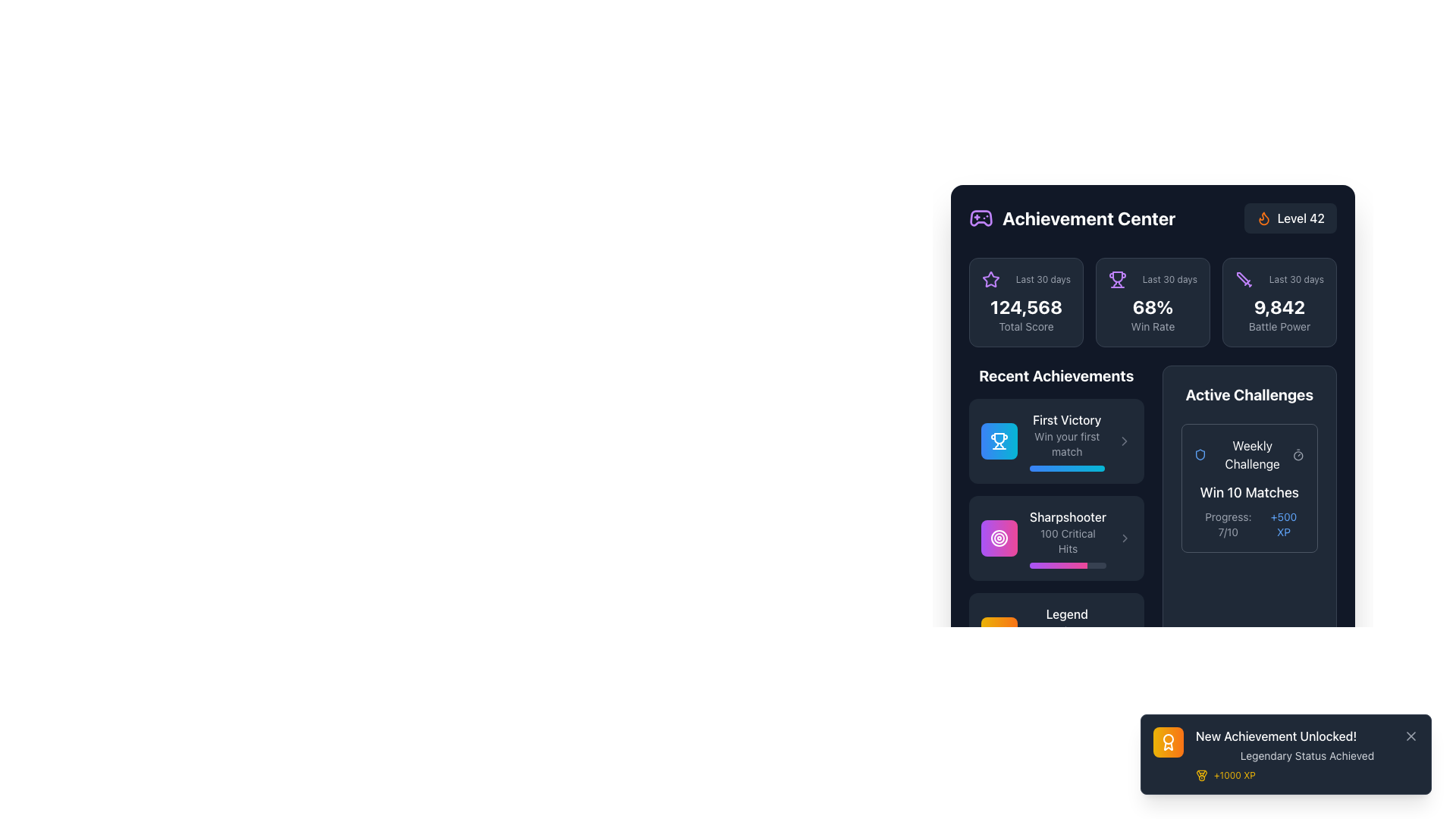 Image resolution: width=1456 pixels, height=819 pixels. What do you see at coordinates (1167, 742) in the screenshot?
I see `the Icon badge representing an achievement-related update located in the notification panel at the bottom-right corner of the interface, adjacent to the notification text 'New Achievement Unlocked!'` at bounding box center [1167, 742].